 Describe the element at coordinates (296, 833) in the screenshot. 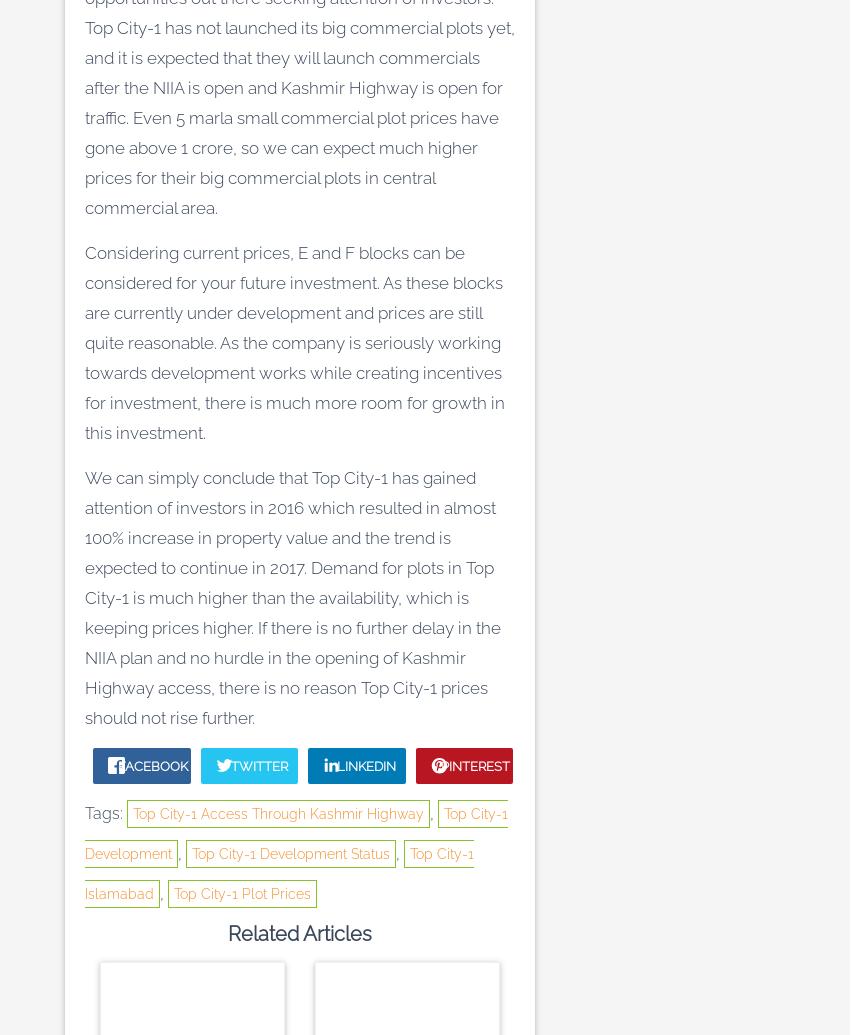

I see `'Top City-1 Development'` at that location.